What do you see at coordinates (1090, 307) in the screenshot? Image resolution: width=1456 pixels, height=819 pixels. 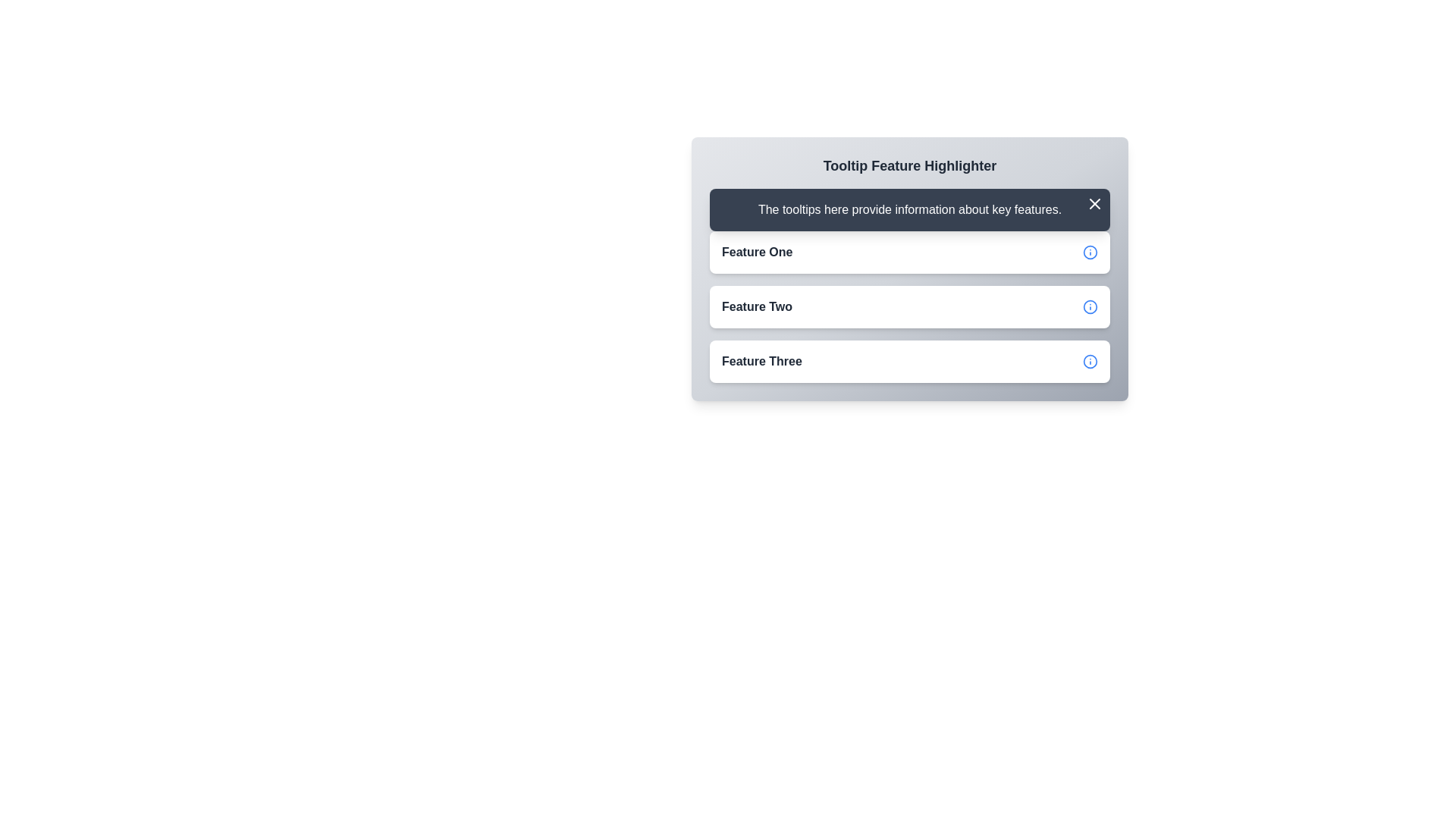 I see `the Informational icon located to the right of the 'Feature Two' label` at bounding box center [1090, 307].